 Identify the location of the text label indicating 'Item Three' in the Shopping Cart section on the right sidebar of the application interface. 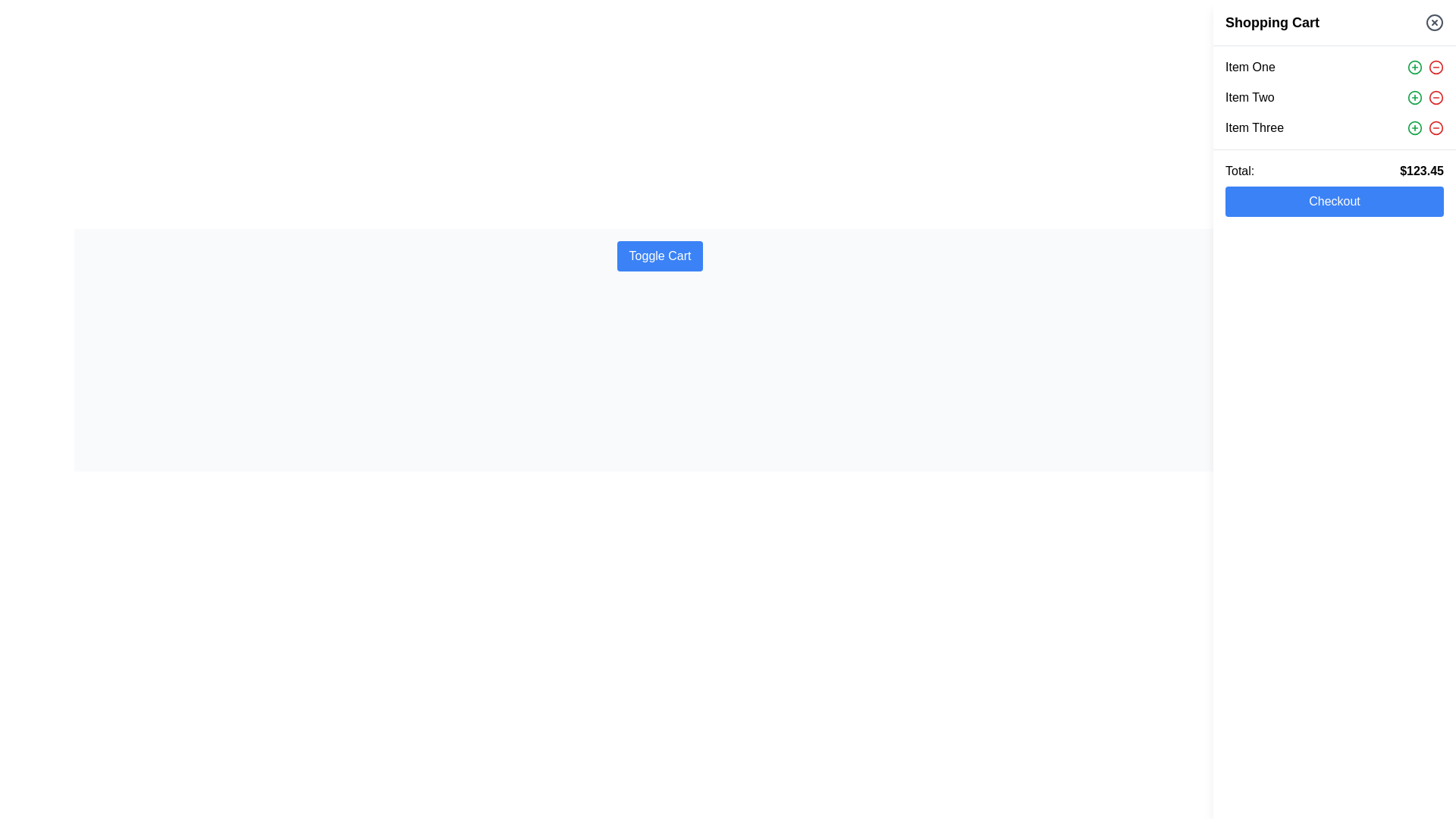
(1254, 127).